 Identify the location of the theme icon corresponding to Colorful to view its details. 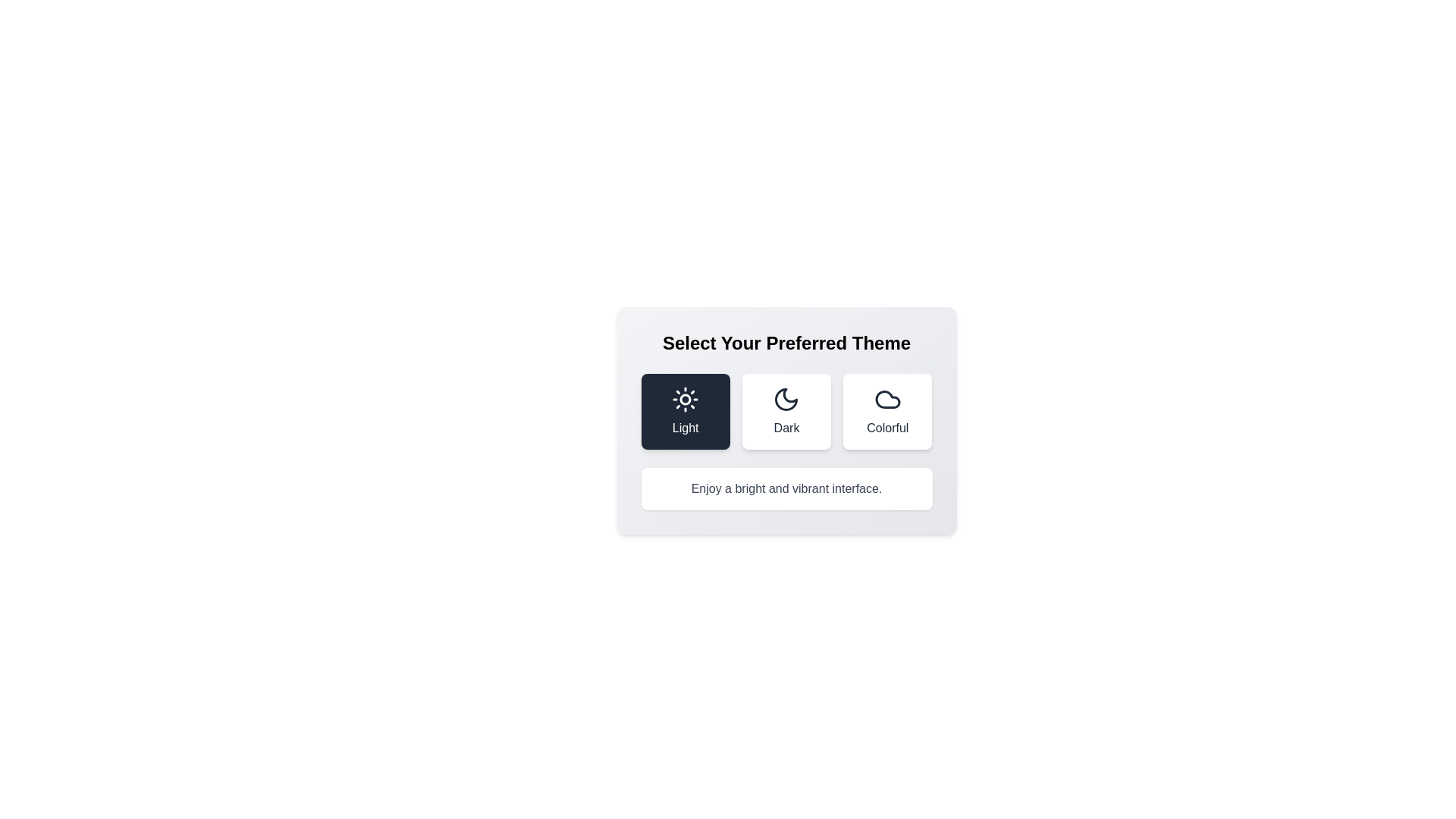
(887, 412).